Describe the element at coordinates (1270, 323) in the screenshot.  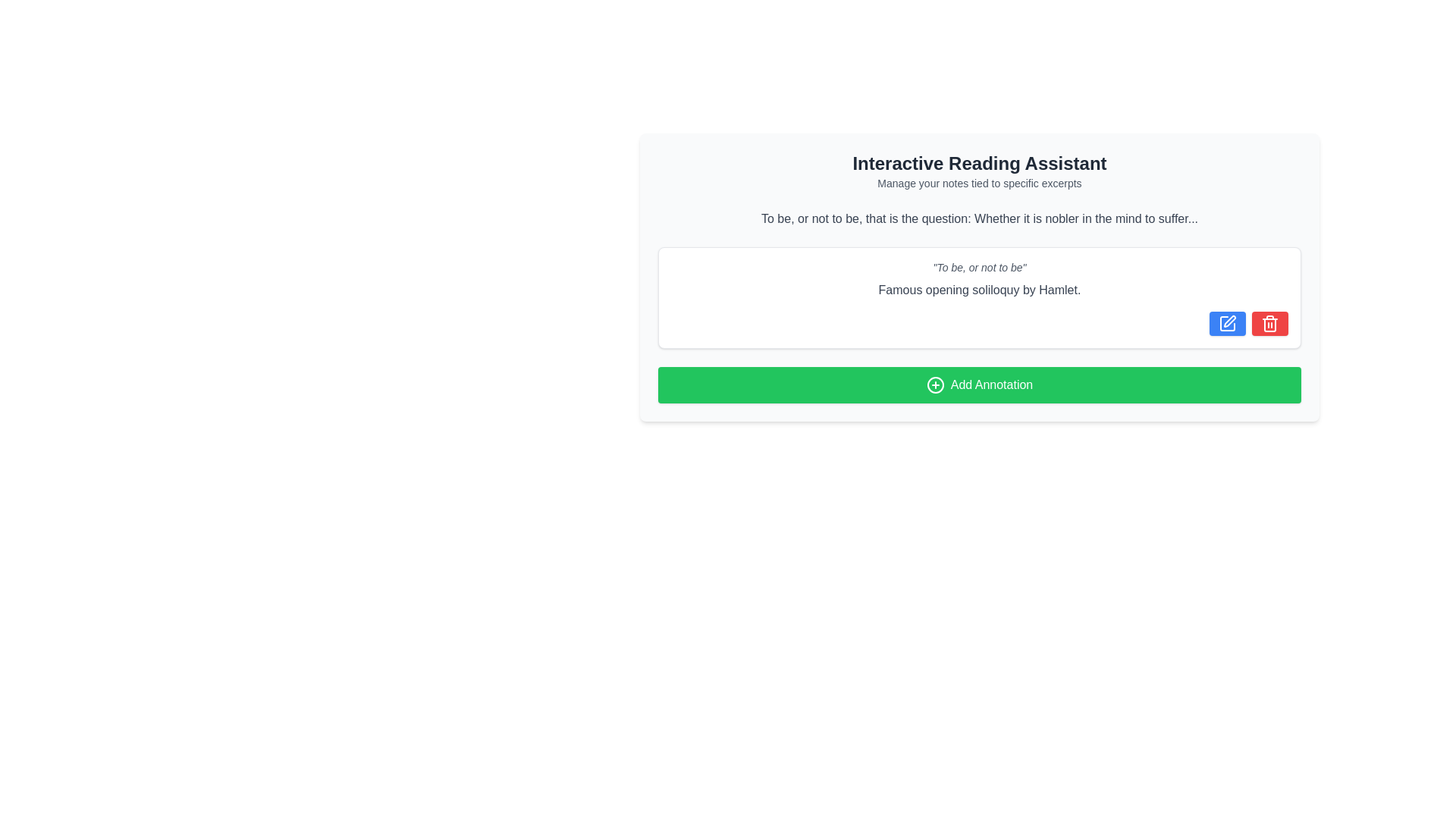
I see `the red trash icon button, which is square-shaped and represents a delete function` at that location.